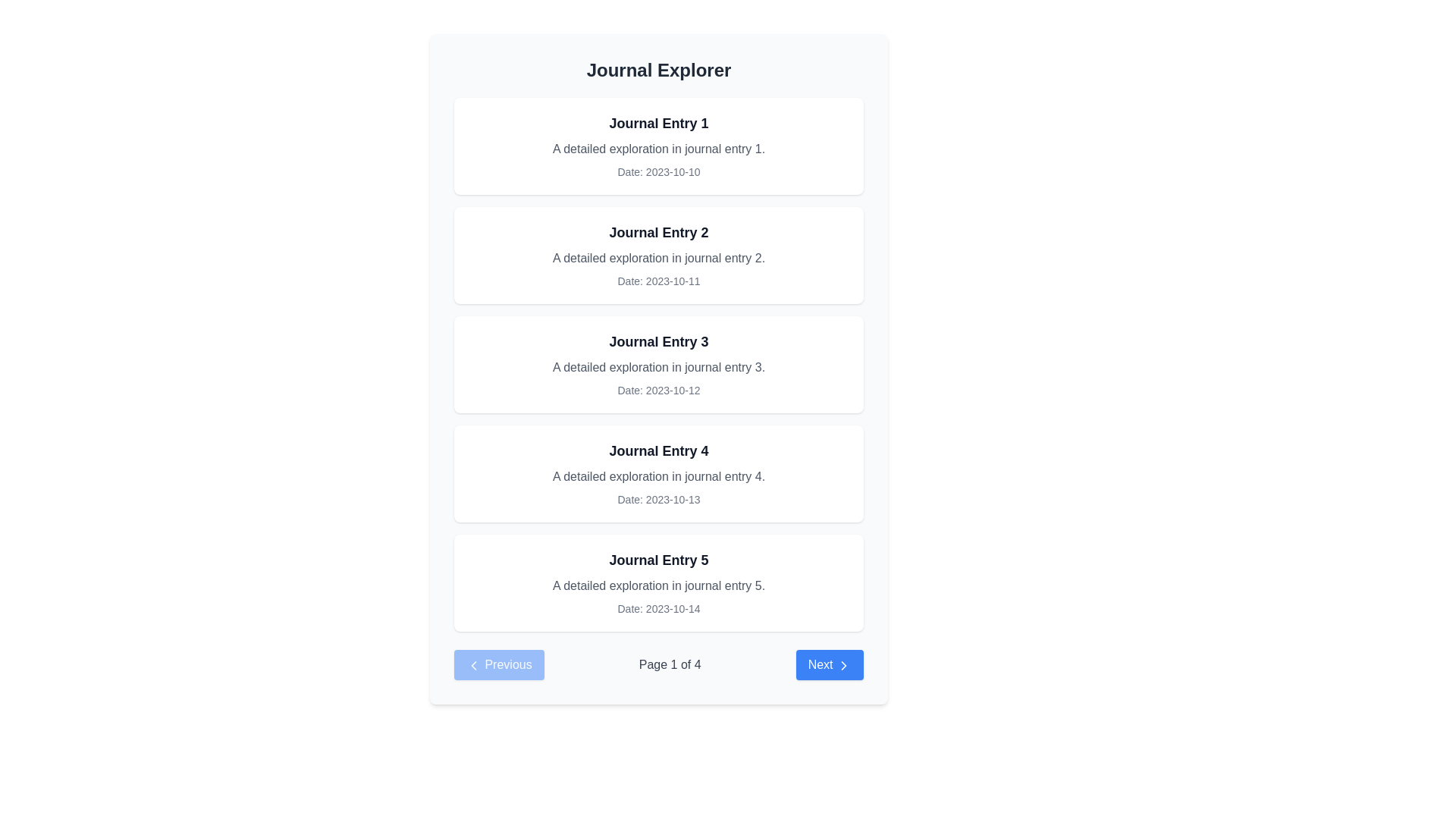 The image size is (1456, 819). Describe the element at coordinates (658, 254) in the screenshot. I see `text from the Information Panel, which summarizes a specific journal entry and is located between 'Journal Entry 1' and 'Journal Entry 3'` at that location.